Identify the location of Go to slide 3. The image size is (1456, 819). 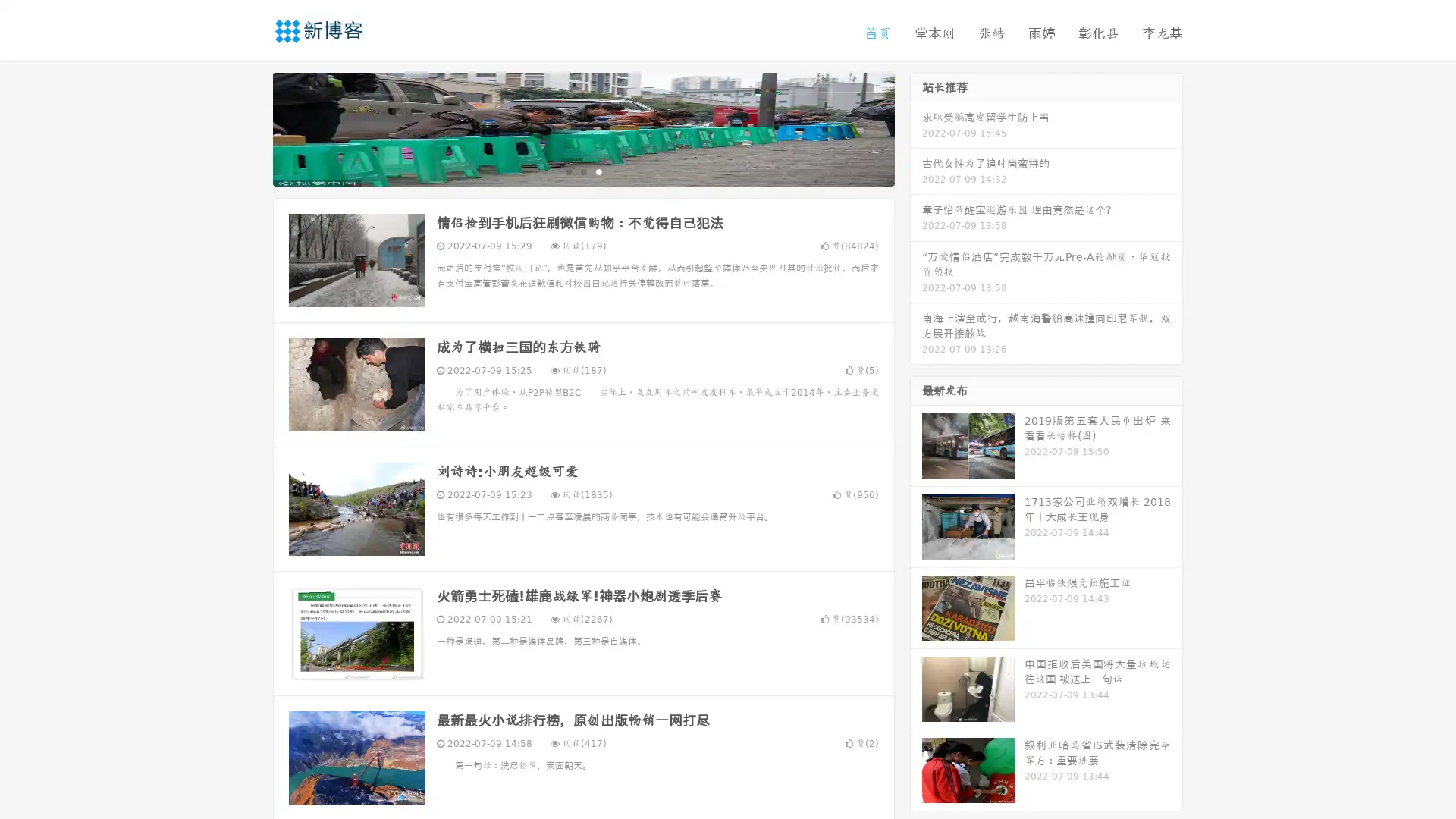
(598, 171).